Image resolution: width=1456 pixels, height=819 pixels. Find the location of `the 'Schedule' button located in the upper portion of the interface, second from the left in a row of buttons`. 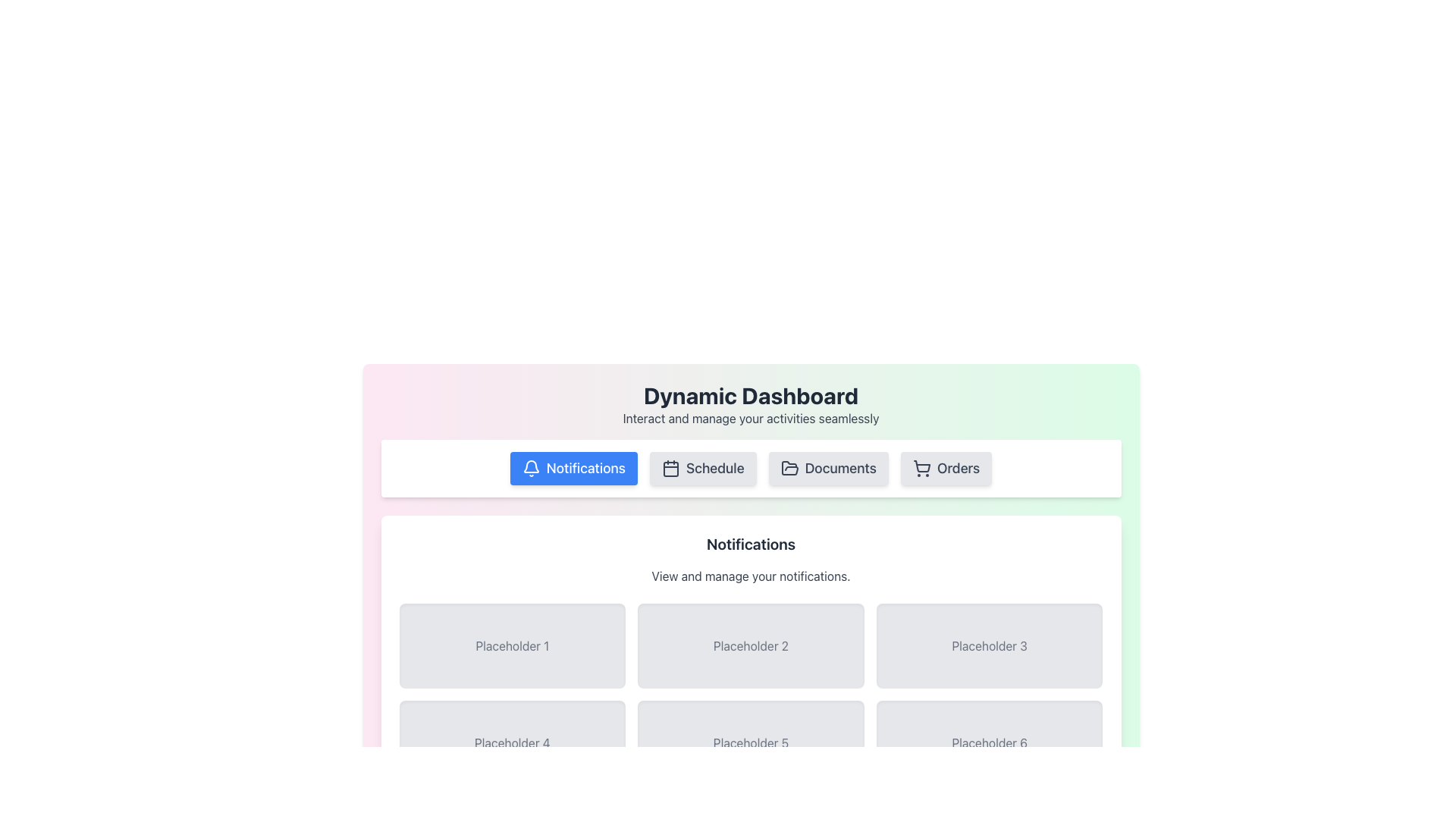

the 'Schedule' button located in the upper portion of the interface, second from the left in a row of buttons is located at coordinates (701, 467).